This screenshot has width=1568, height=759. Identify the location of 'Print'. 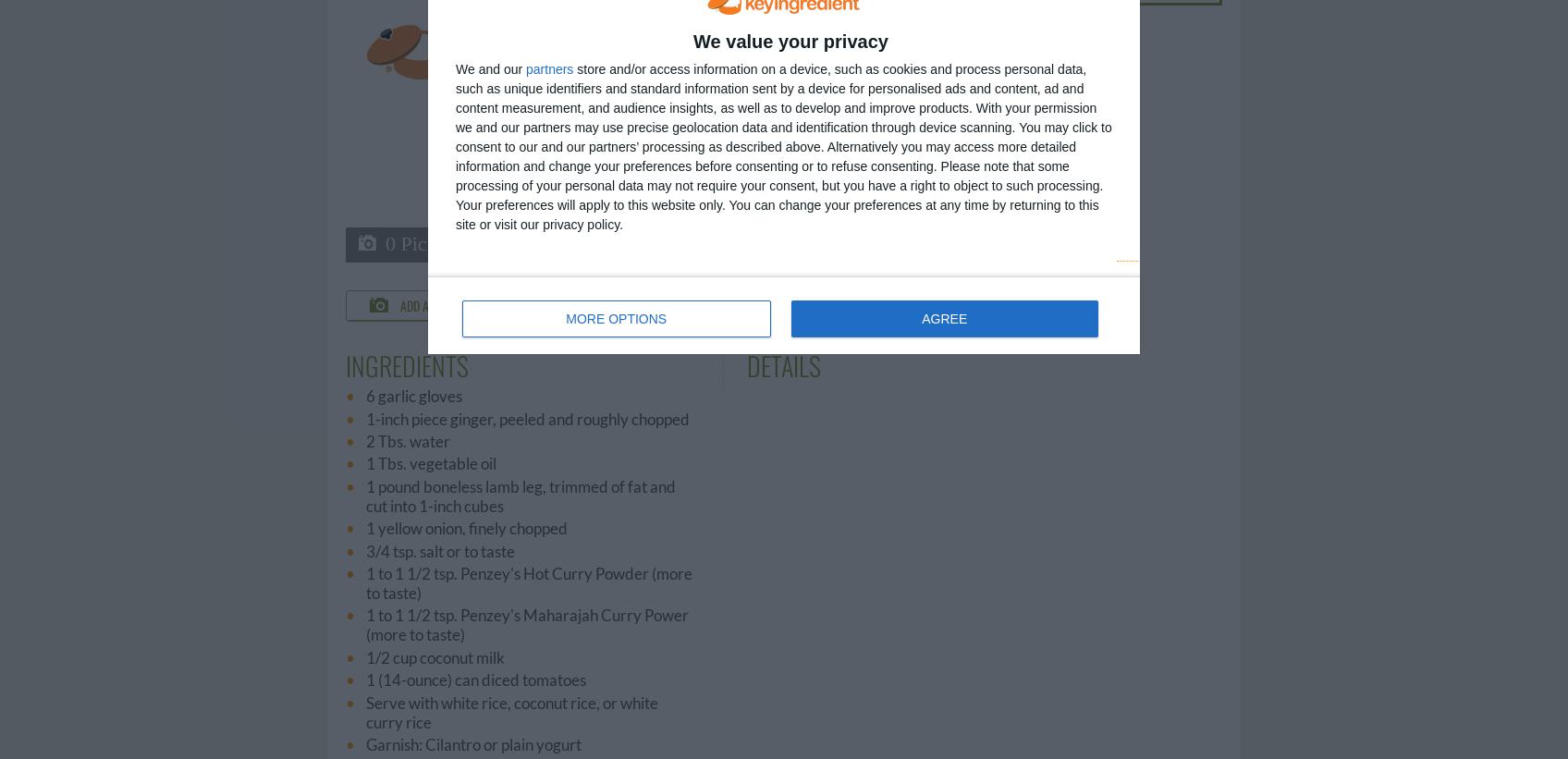
(844, 304).